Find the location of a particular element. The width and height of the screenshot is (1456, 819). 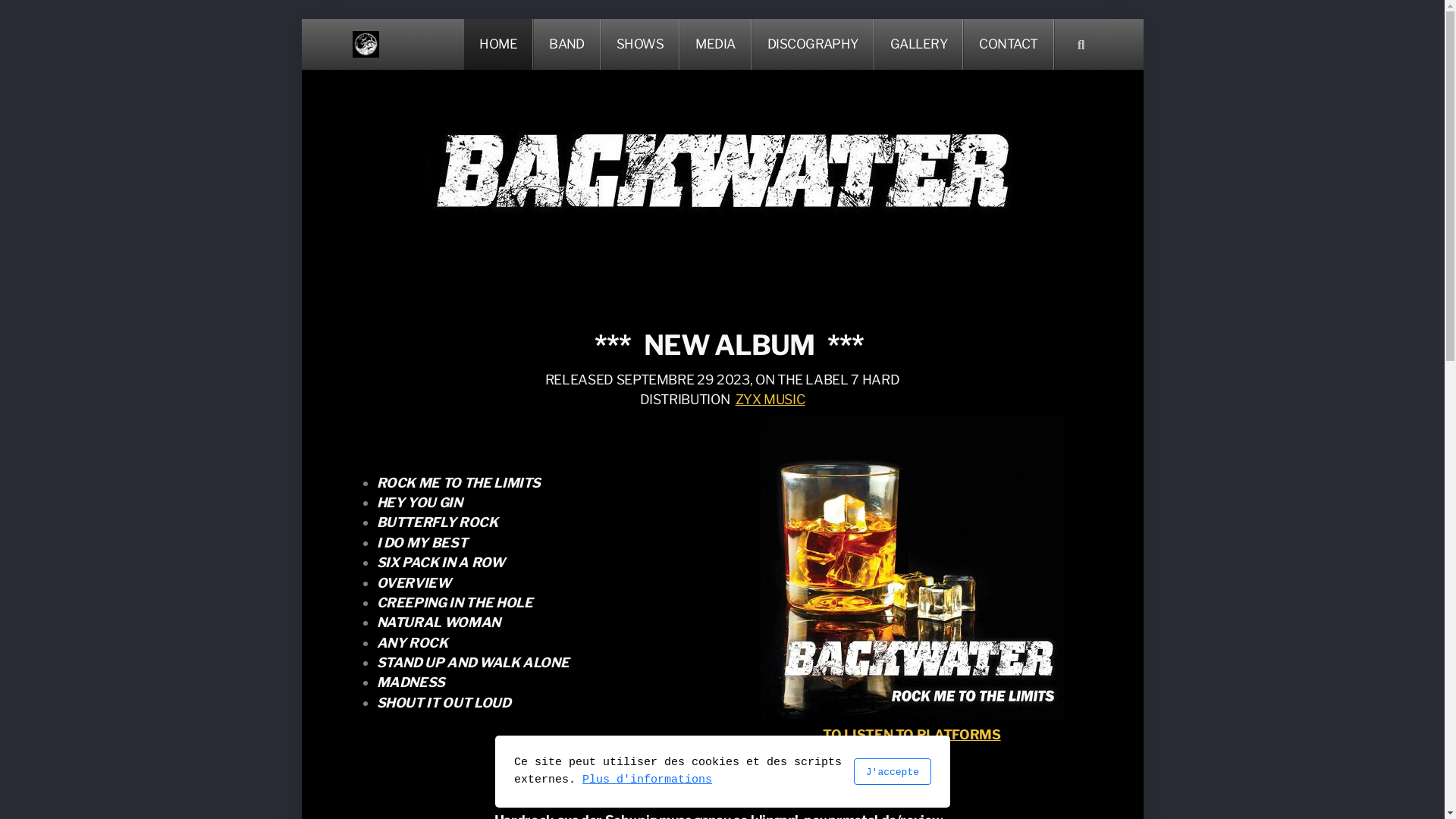

'TO LISTEN TO PLATFORMS' is located at coordinates (821, 733).